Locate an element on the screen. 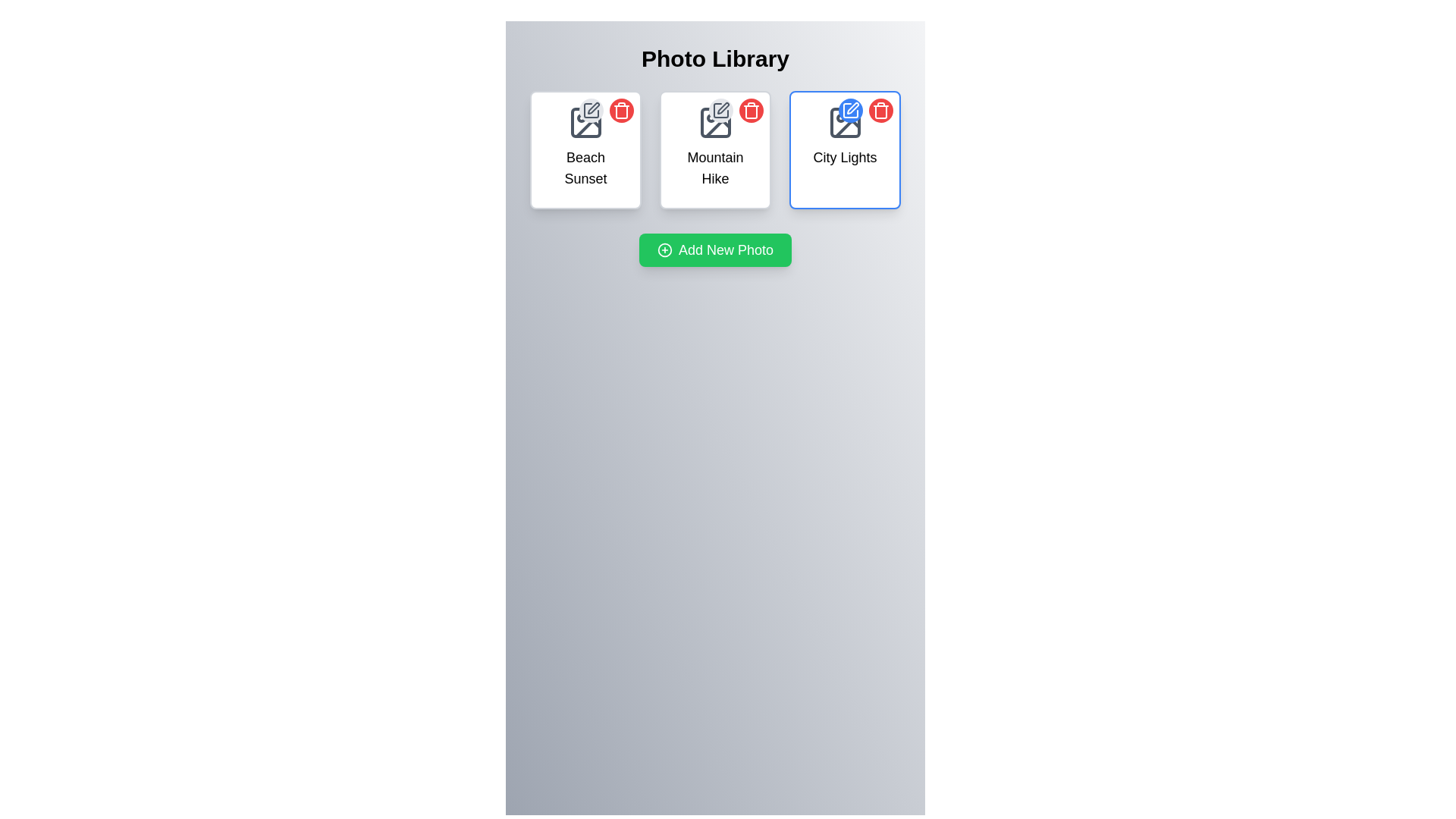  the red circular delete button with a white trashcan icon located in the top-right corner of the 'City Lights' photo item is located at coordinates (880, 110).